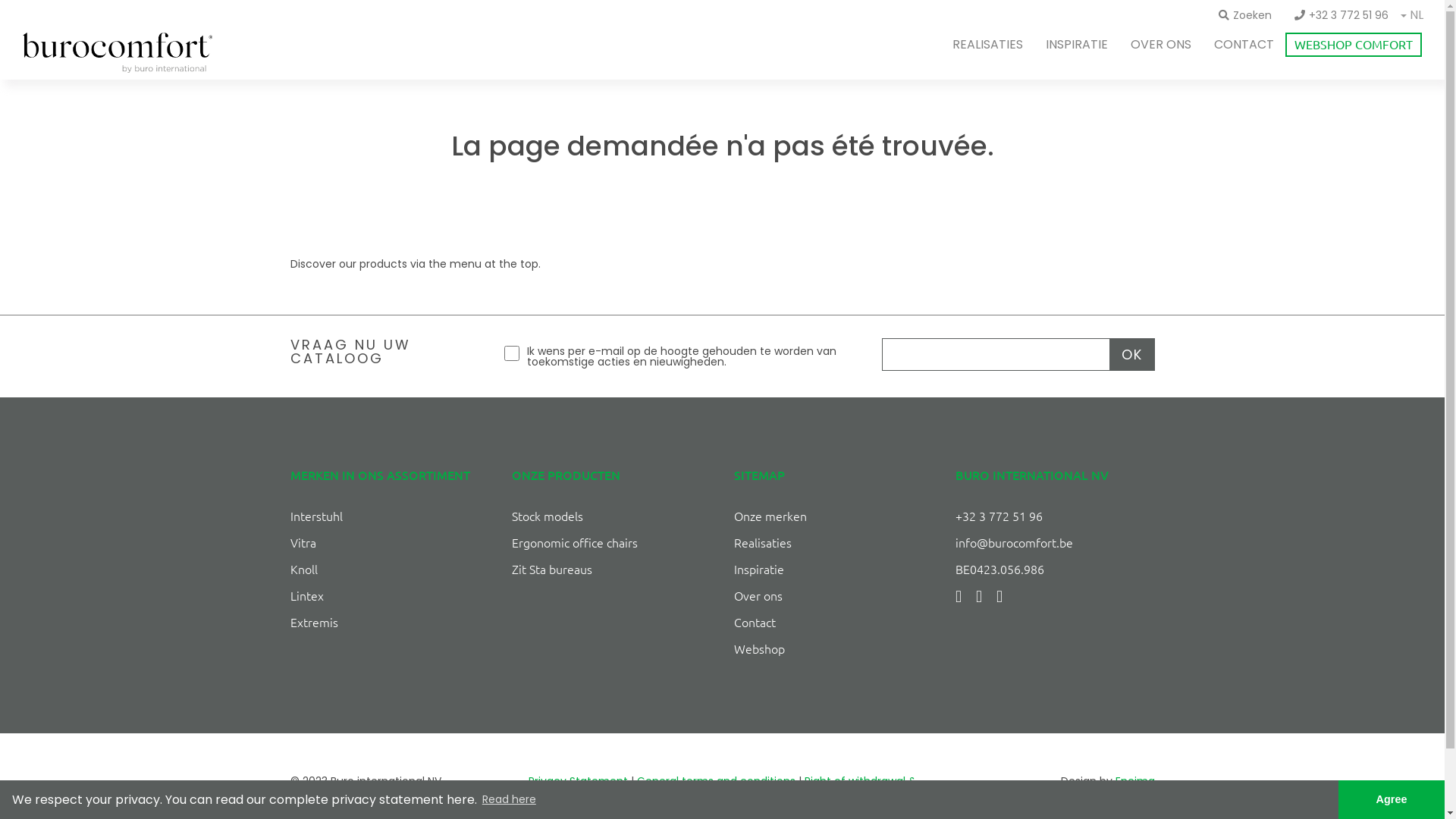 This screenshot has width=1456, height=819. I want to click on 'logo-buro', so click(116, 52).